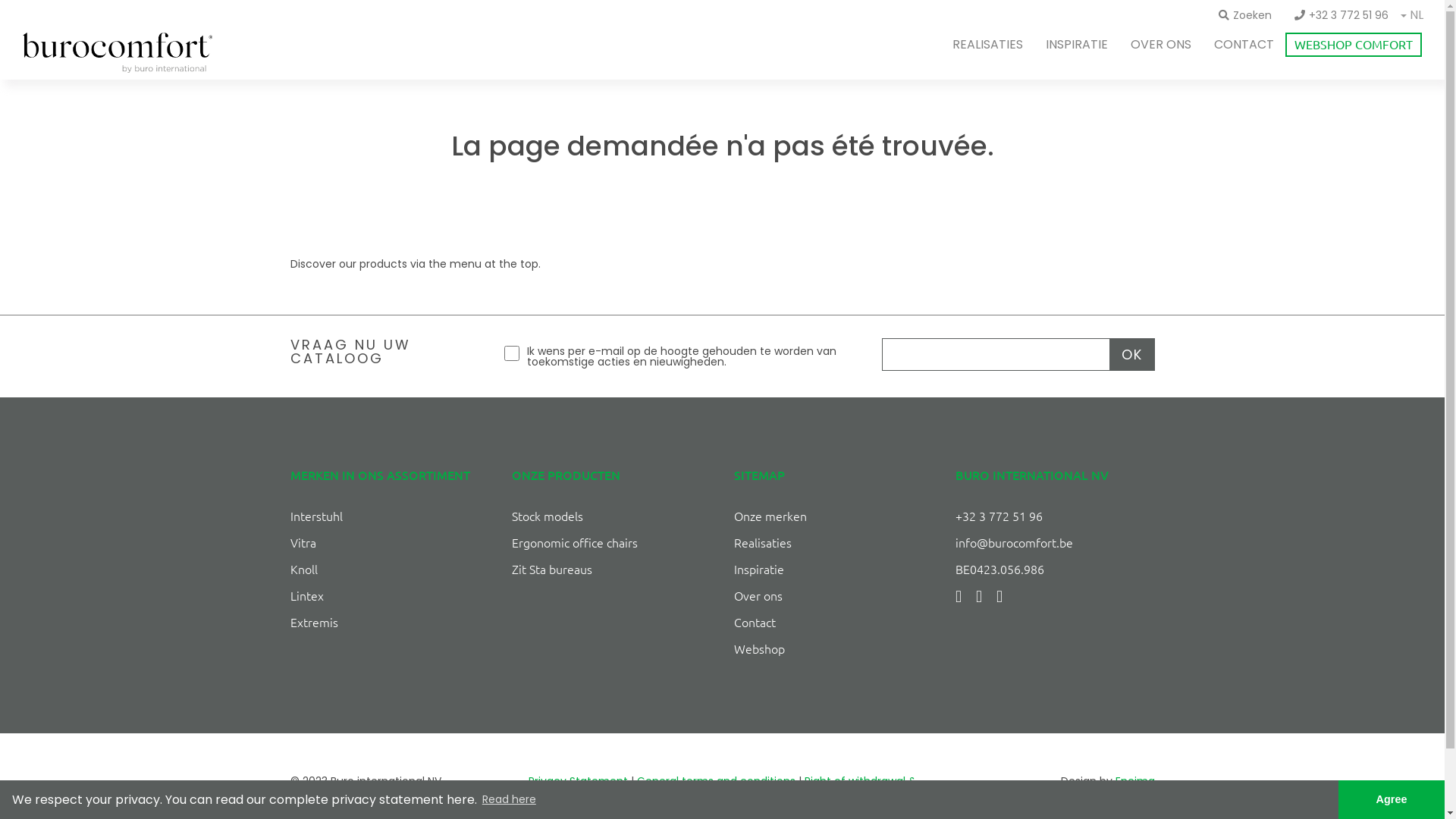 This screenshot has width=1456, height=819. I want to click on 'logo-buro', so click(116, 52).